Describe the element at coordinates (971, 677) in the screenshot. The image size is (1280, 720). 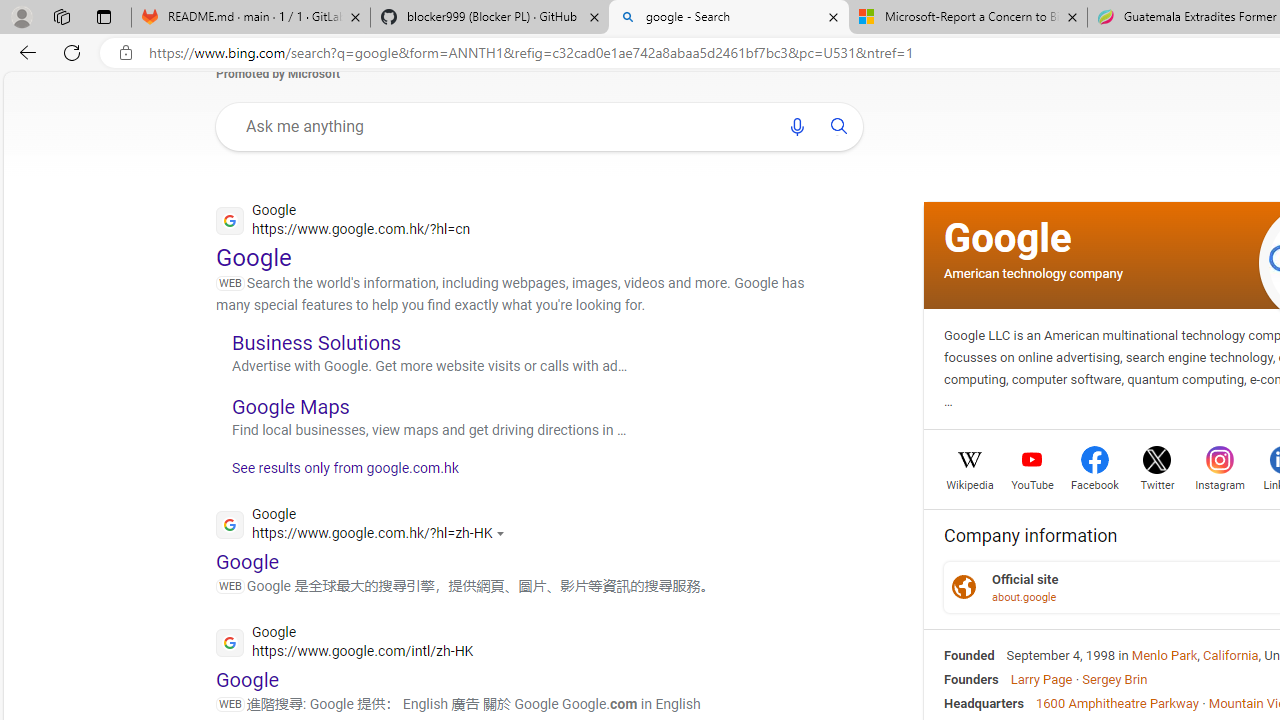
I see `'Founders'` at that location.